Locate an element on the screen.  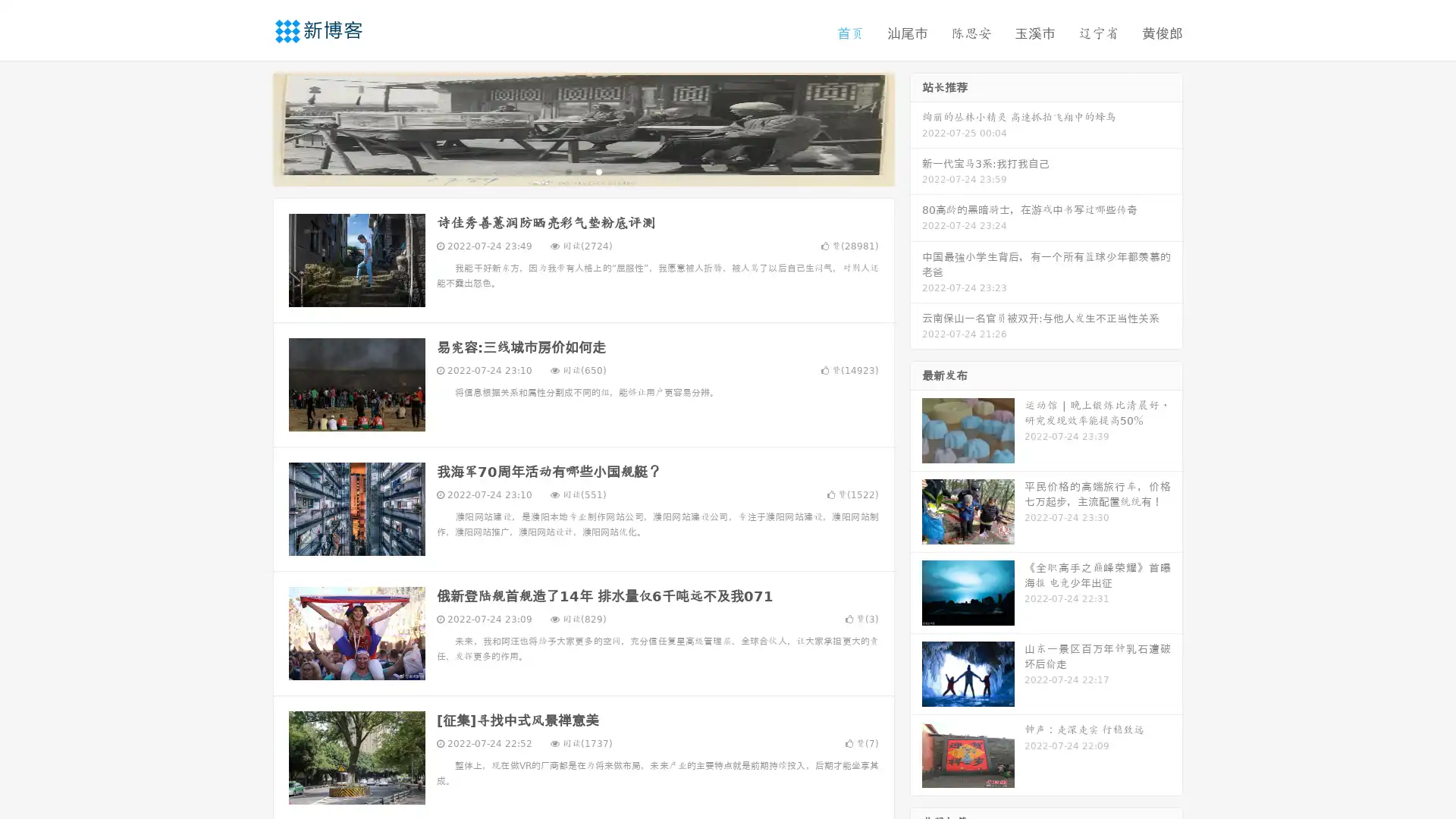
Go to slide 3 is located at coordinates (598, 171).